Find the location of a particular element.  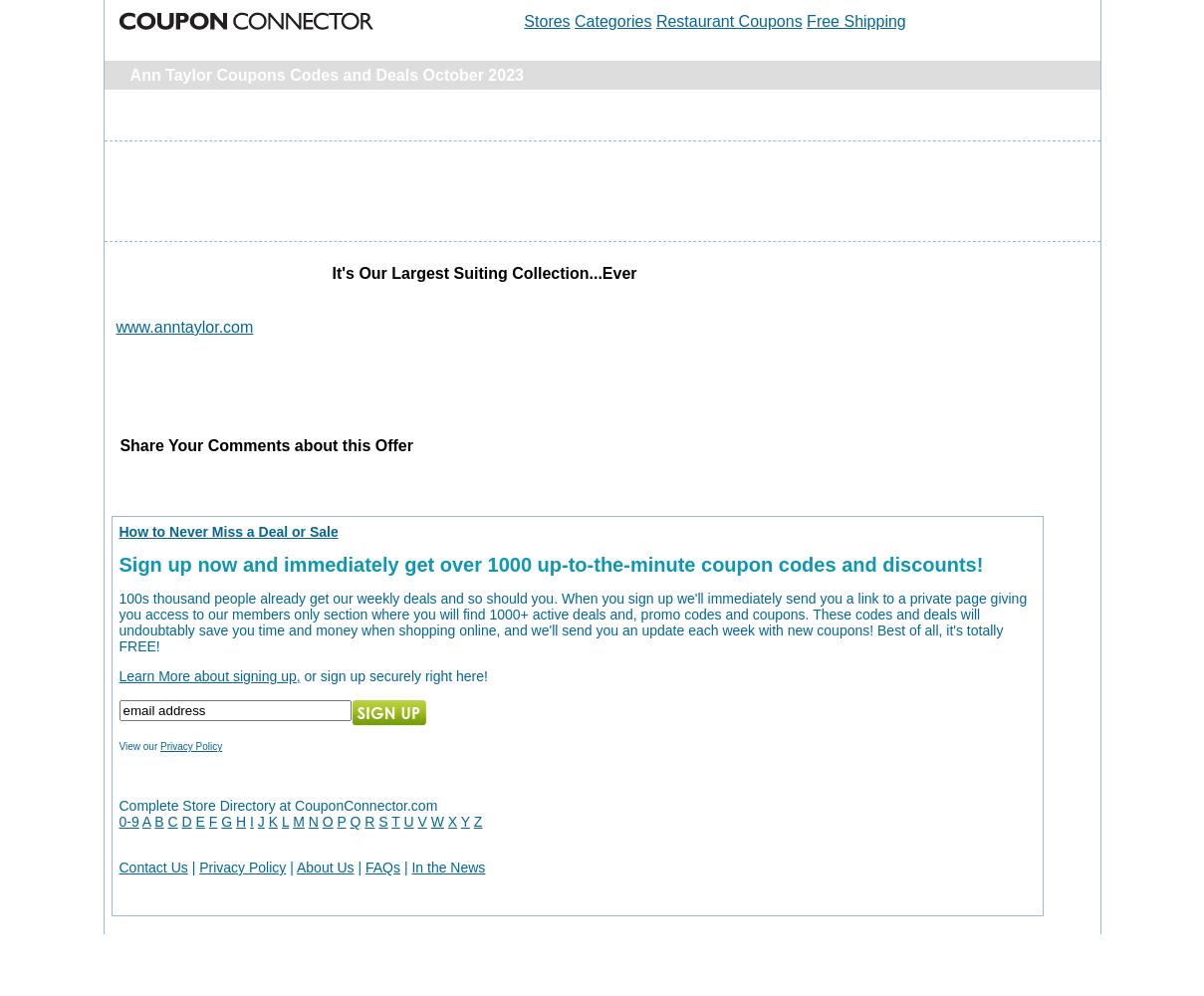

'T' is located at coordinates (395, 821).